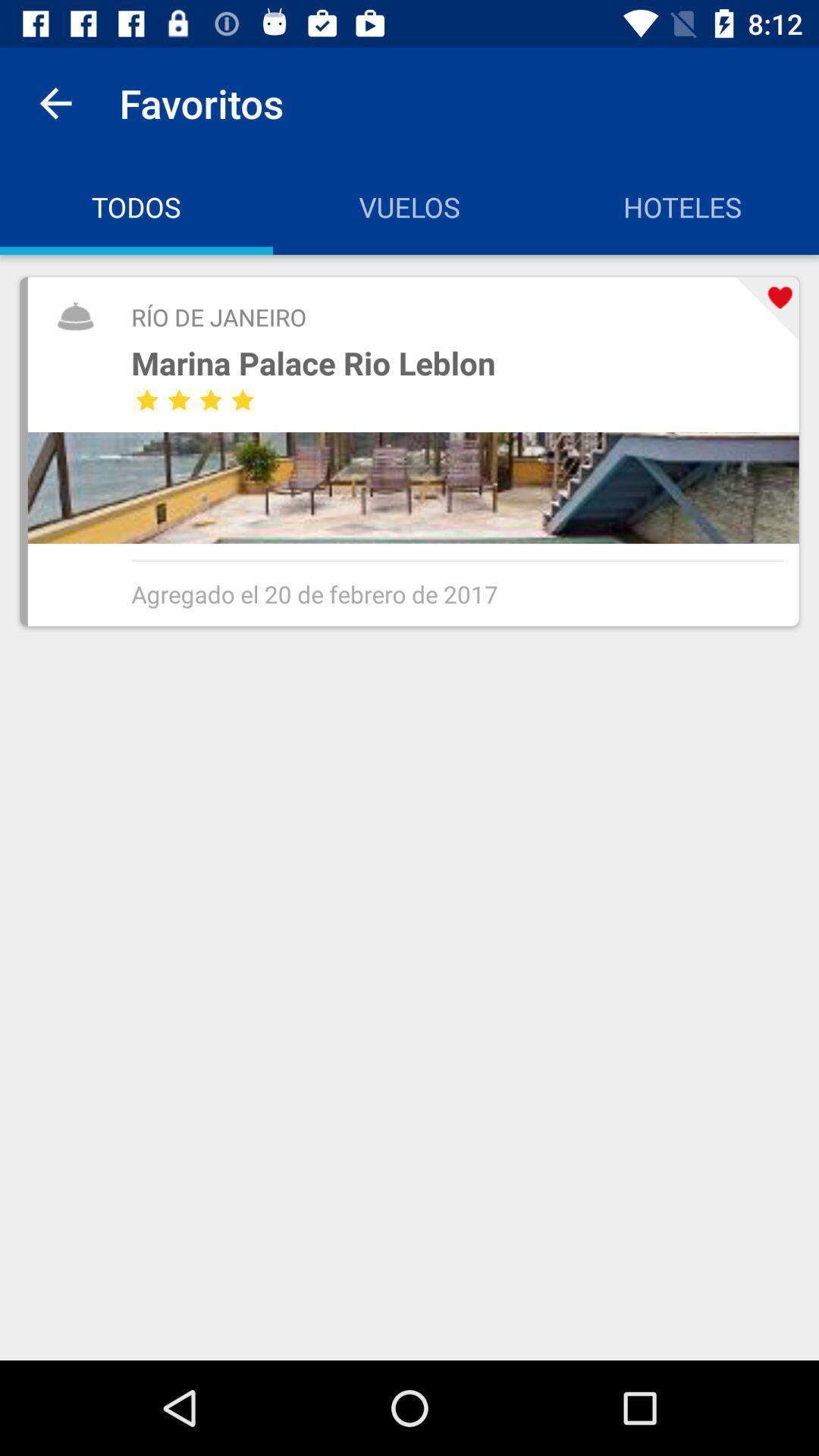  What do you see at coordinates (767, 308) in the screenshot?
I see `icon to the right of the marina palace rio` at bounding box center [767, 308].